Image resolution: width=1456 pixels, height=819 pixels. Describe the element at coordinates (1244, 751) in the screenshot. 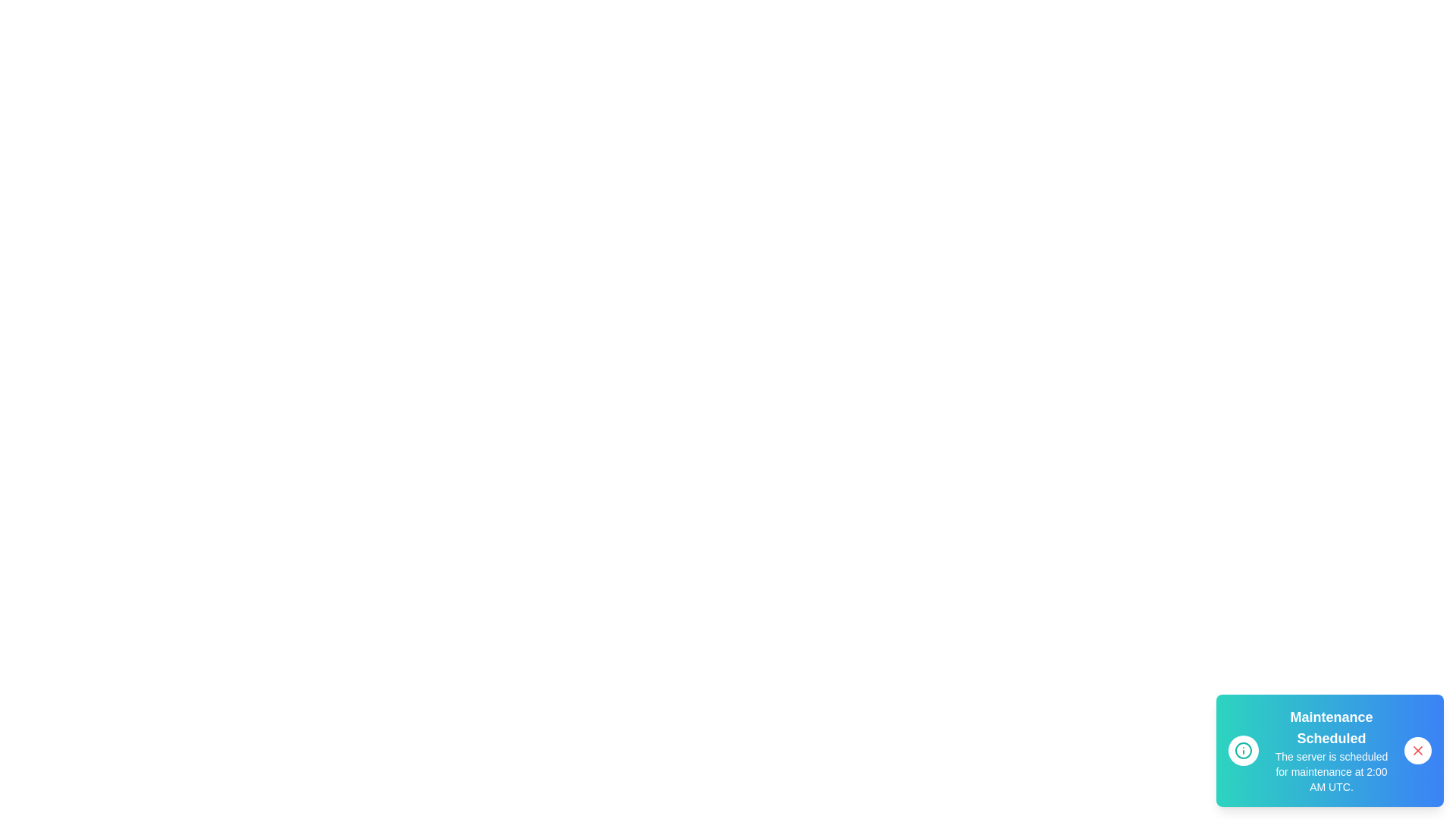

I see `the notification icon to interact with it` at that location.